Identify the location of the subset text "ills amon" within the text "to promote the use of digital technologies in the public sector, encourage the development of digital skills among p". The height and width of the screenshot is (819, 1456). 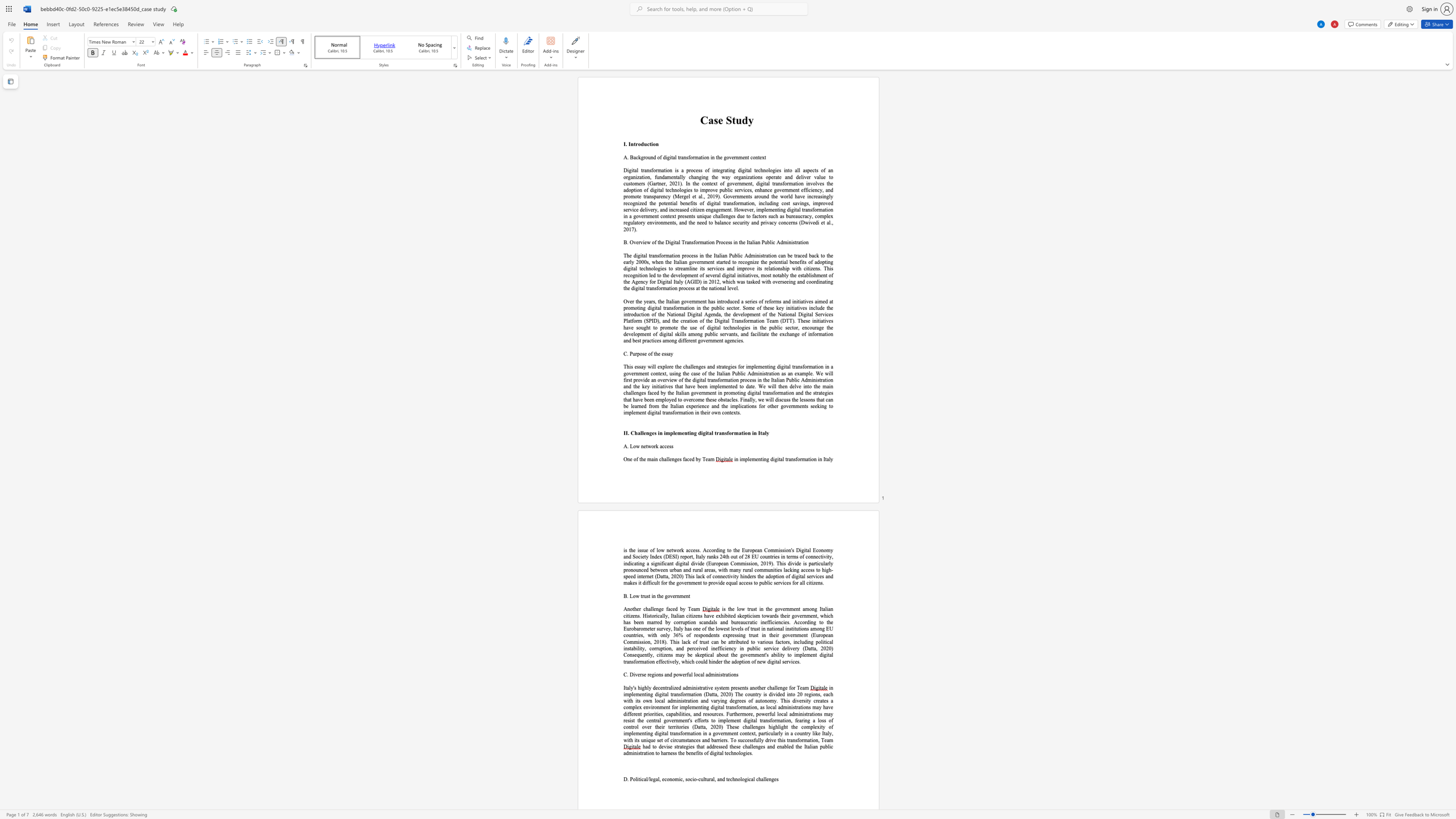
(679, 333).